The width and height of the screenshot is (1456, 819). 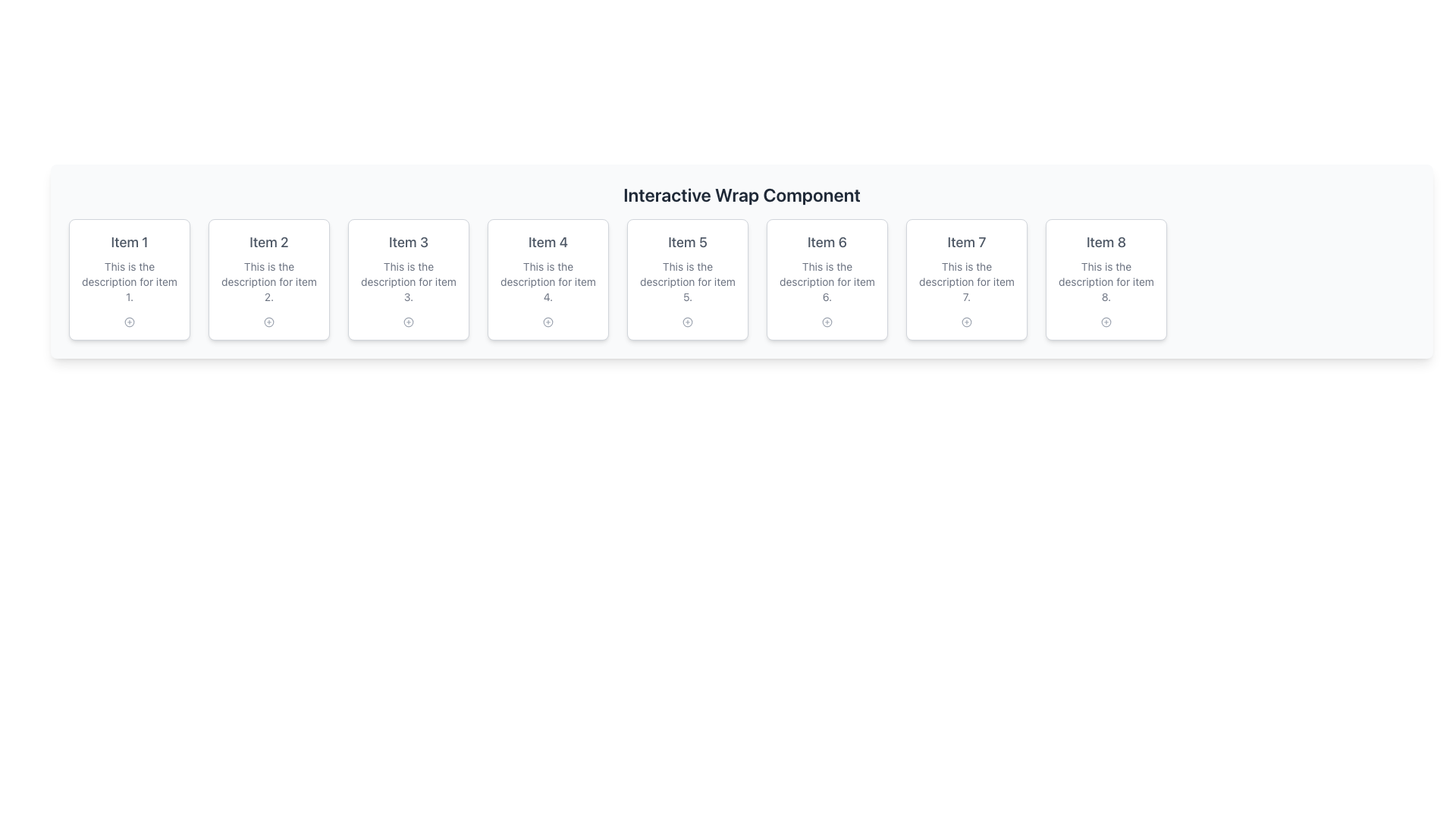 What do you see at coordinates (548, 321) in the screenshot?
I see `the circular graphical element within the 'add' or 'circle-plus' icon located in the 'Item 4' card, positioned centrally below the text content of the card` at bounding box center [548, 321].